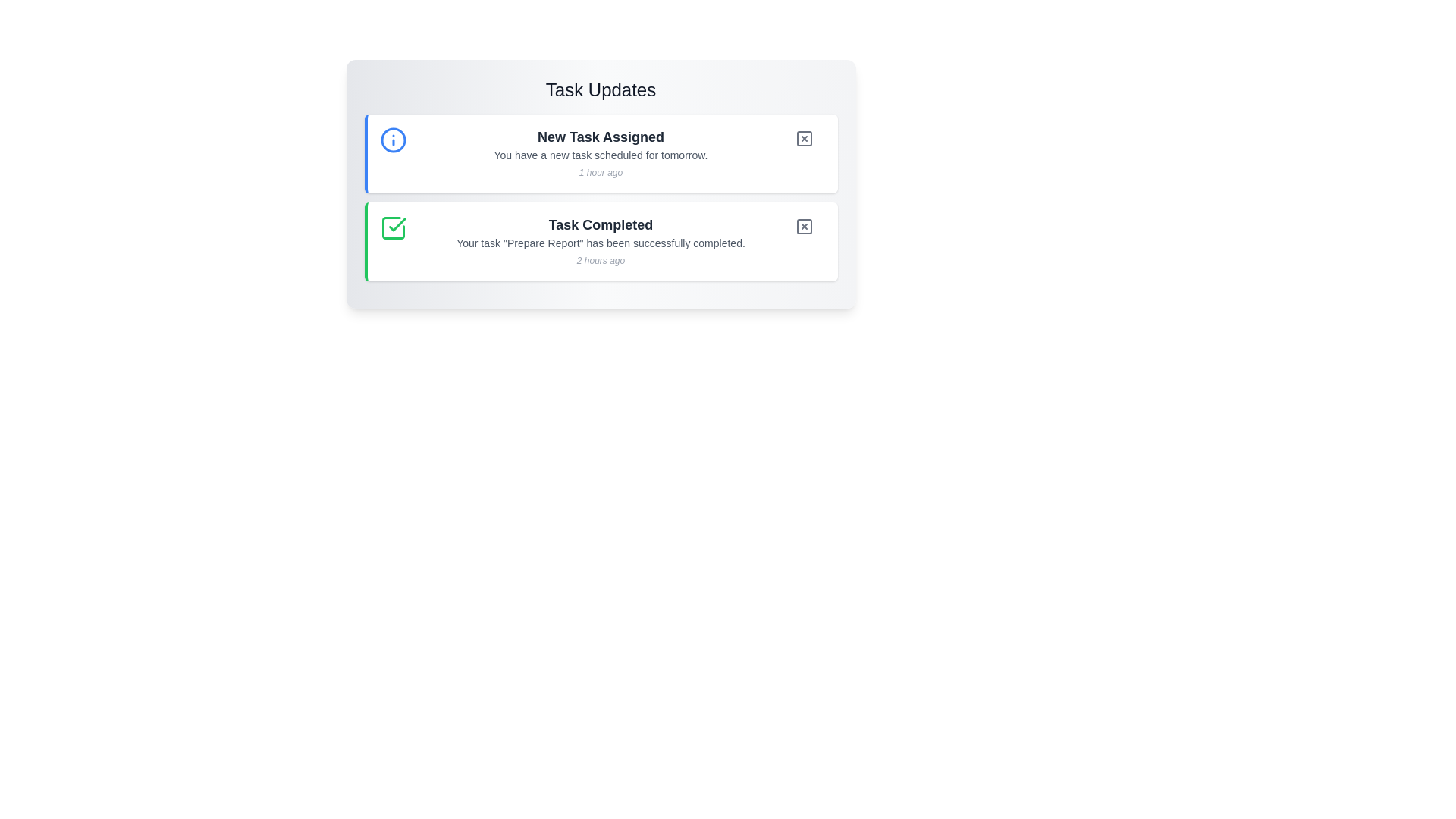 This screenshot has width=1456, height=819. I want to click on text label that indicates when the associated notification was created or updated, located at the bottom-right area of the 'New Task Assigned' notification box, so click(600, 171).